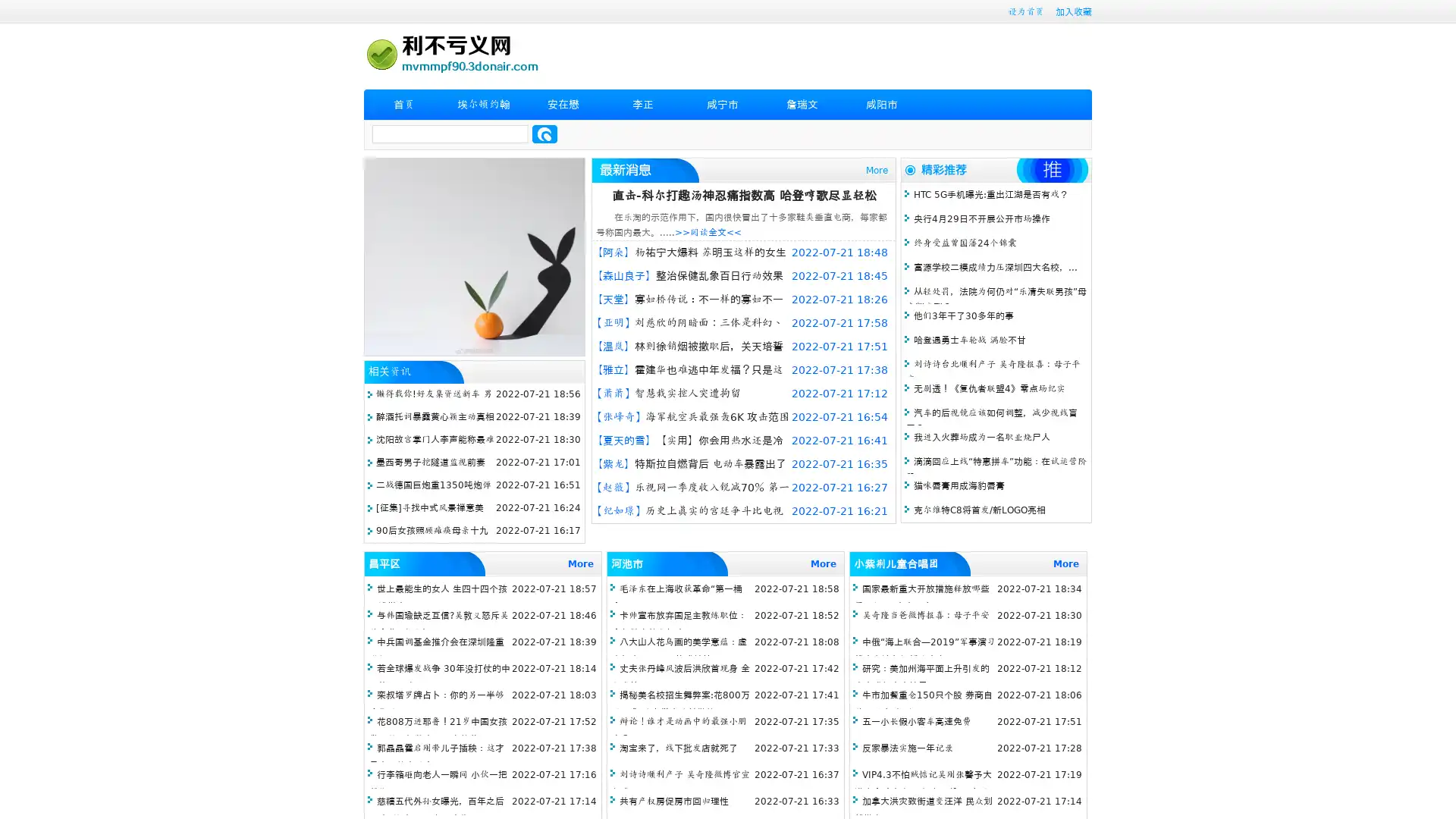 The image size is (1456, 819). Describe the element at coordinates (544, 133) in the screenshot. I see `Search` at that location.